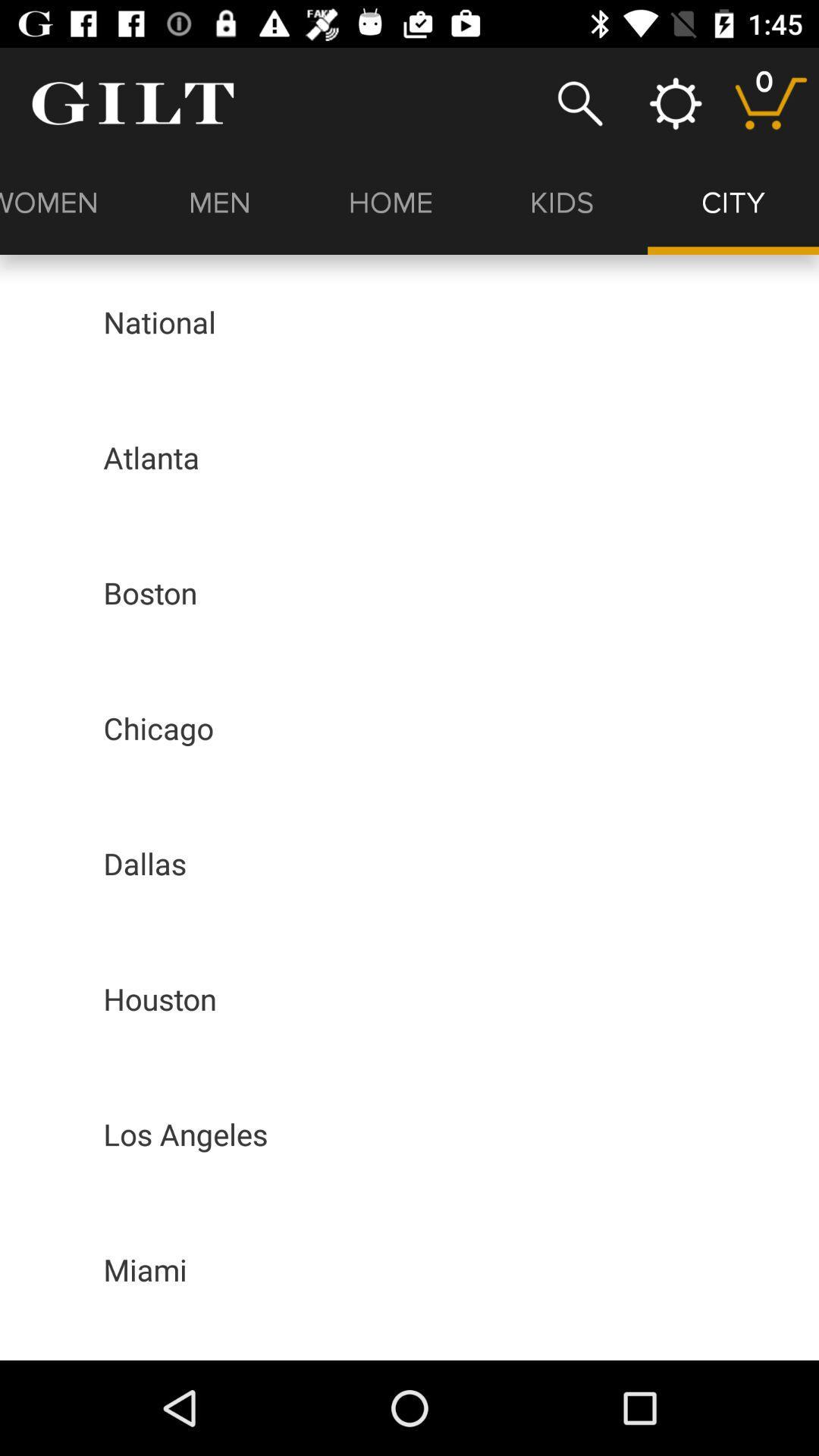  What do you see at coordinates (159, 321) in the screenshot?
I see `the national icon` at bounding box center [159, 321].